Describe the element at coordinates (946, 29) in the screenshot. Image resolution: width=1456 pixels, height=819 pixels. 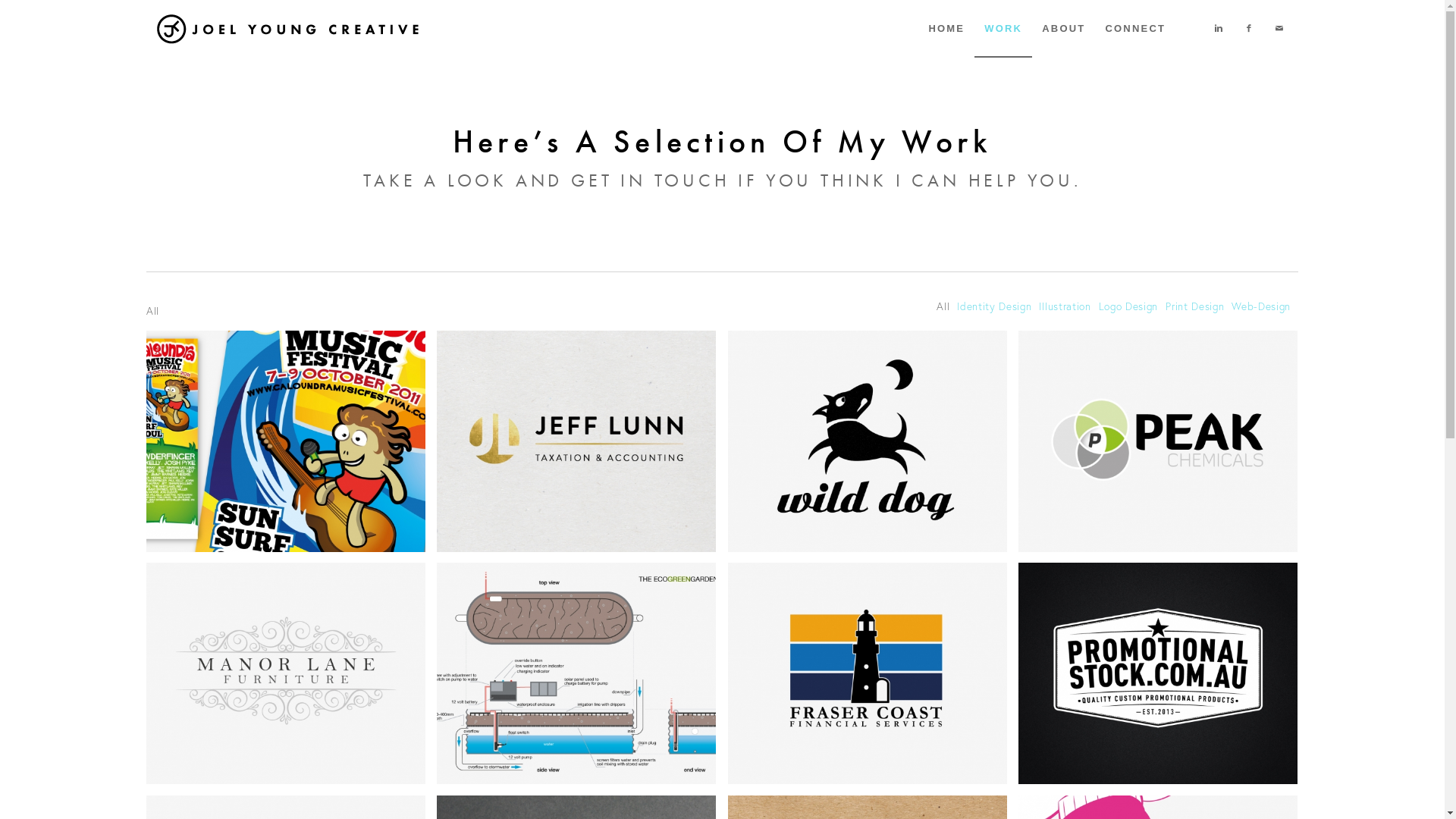
I see `'HOME'` at that location.